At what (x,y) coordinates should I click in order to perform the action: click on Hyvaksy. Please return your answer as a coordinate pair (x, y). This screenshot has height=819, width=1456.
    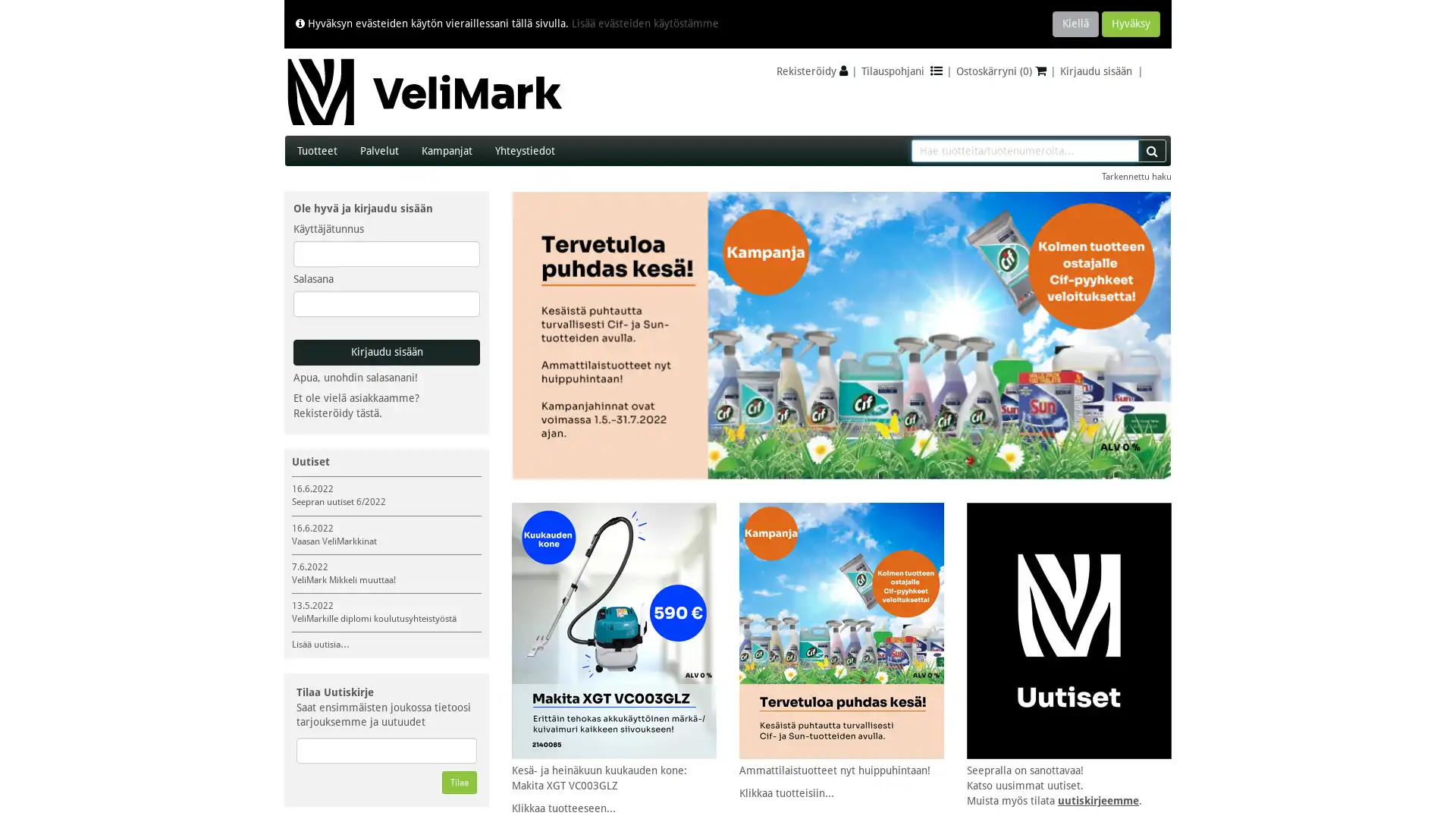
    Looking at the image, I should click on (1131, 24).